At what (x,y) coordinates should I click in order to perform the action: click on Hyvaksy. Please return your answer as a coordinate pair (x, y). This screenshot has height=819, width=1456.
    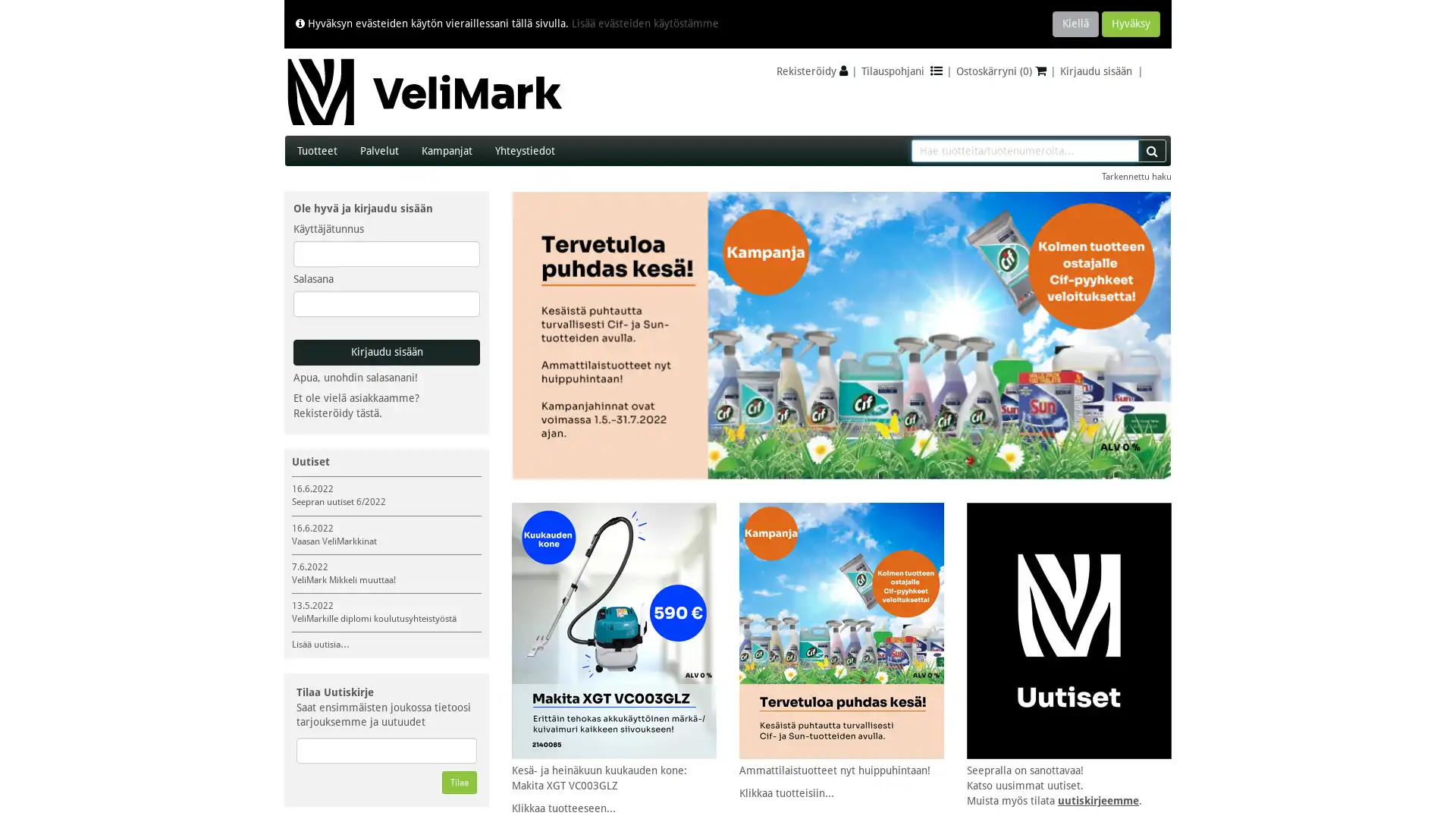
    Looking at the image, I should click on (1131, 24).